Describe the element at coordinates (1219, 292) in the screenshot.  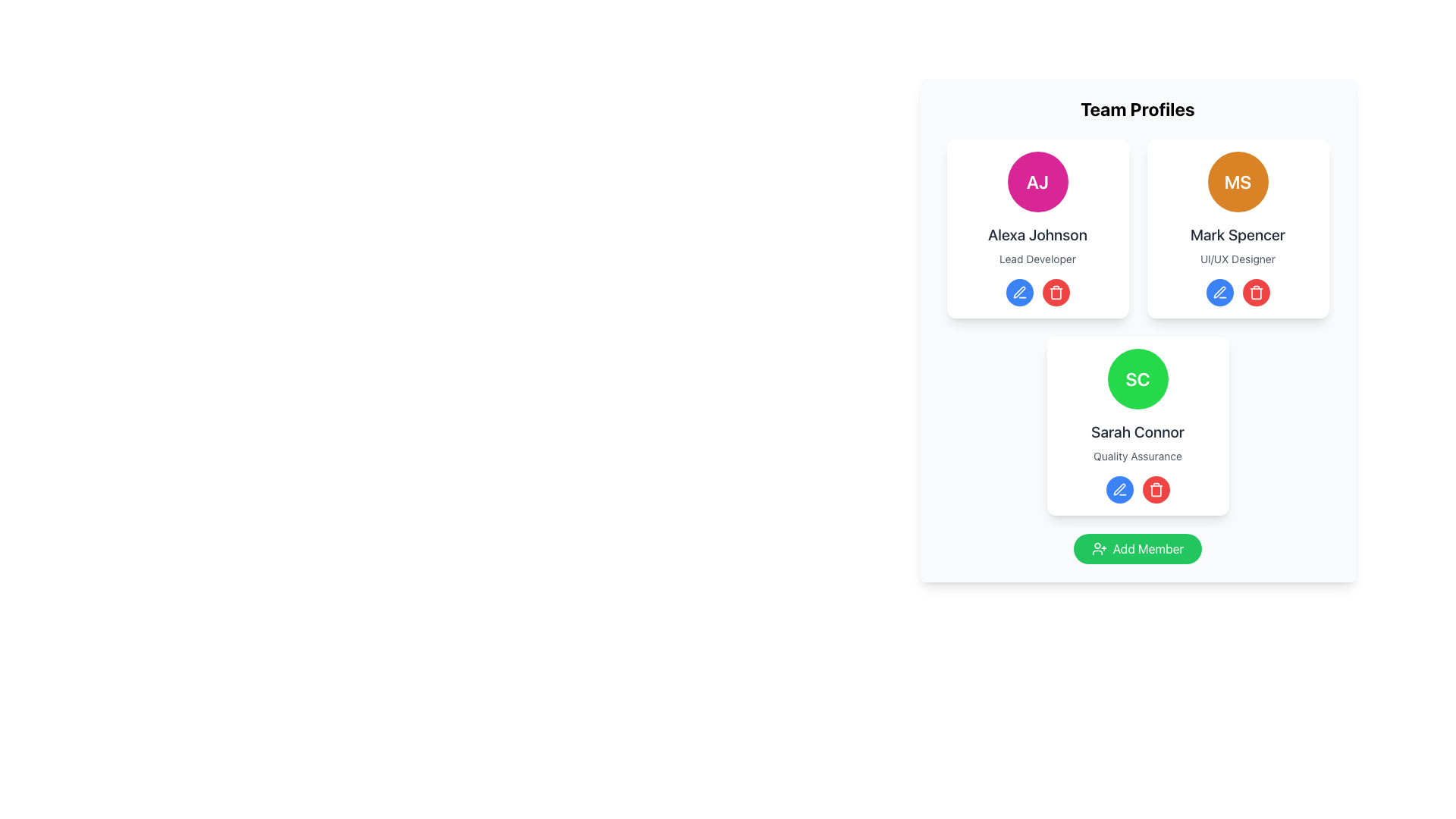
I see `the blue circular button with a pen icon that represents the editing function for the user profile of 'Sarah Connor'` at that location.